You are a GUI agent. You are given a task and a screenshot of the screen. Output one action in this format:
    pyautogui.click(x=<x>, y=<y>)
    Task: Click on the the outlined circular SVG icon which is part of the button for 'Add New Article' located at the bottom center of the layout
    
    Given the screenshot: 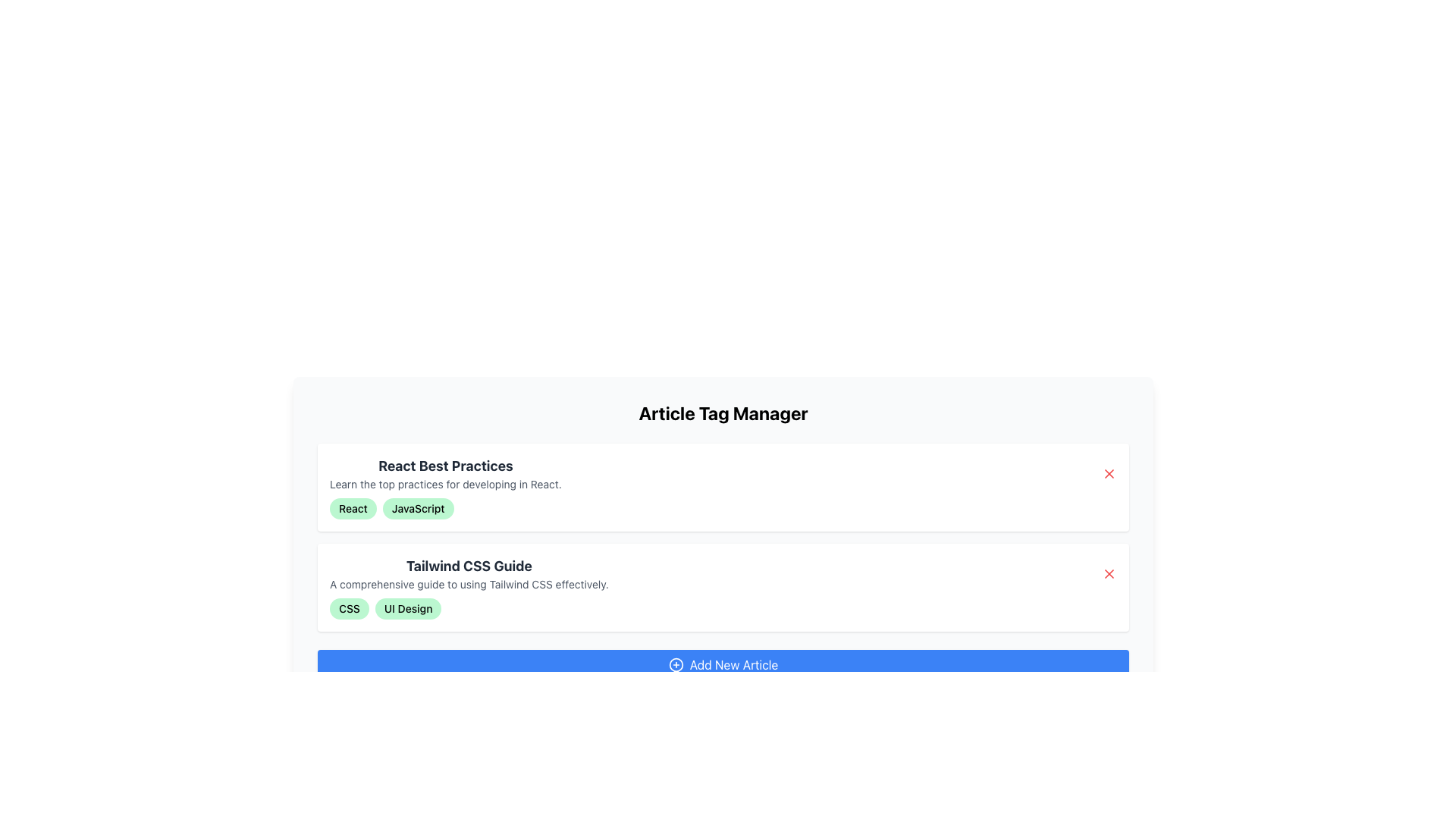 What is the action you would take?
    pyautogui.click(x=675, y=664)
    